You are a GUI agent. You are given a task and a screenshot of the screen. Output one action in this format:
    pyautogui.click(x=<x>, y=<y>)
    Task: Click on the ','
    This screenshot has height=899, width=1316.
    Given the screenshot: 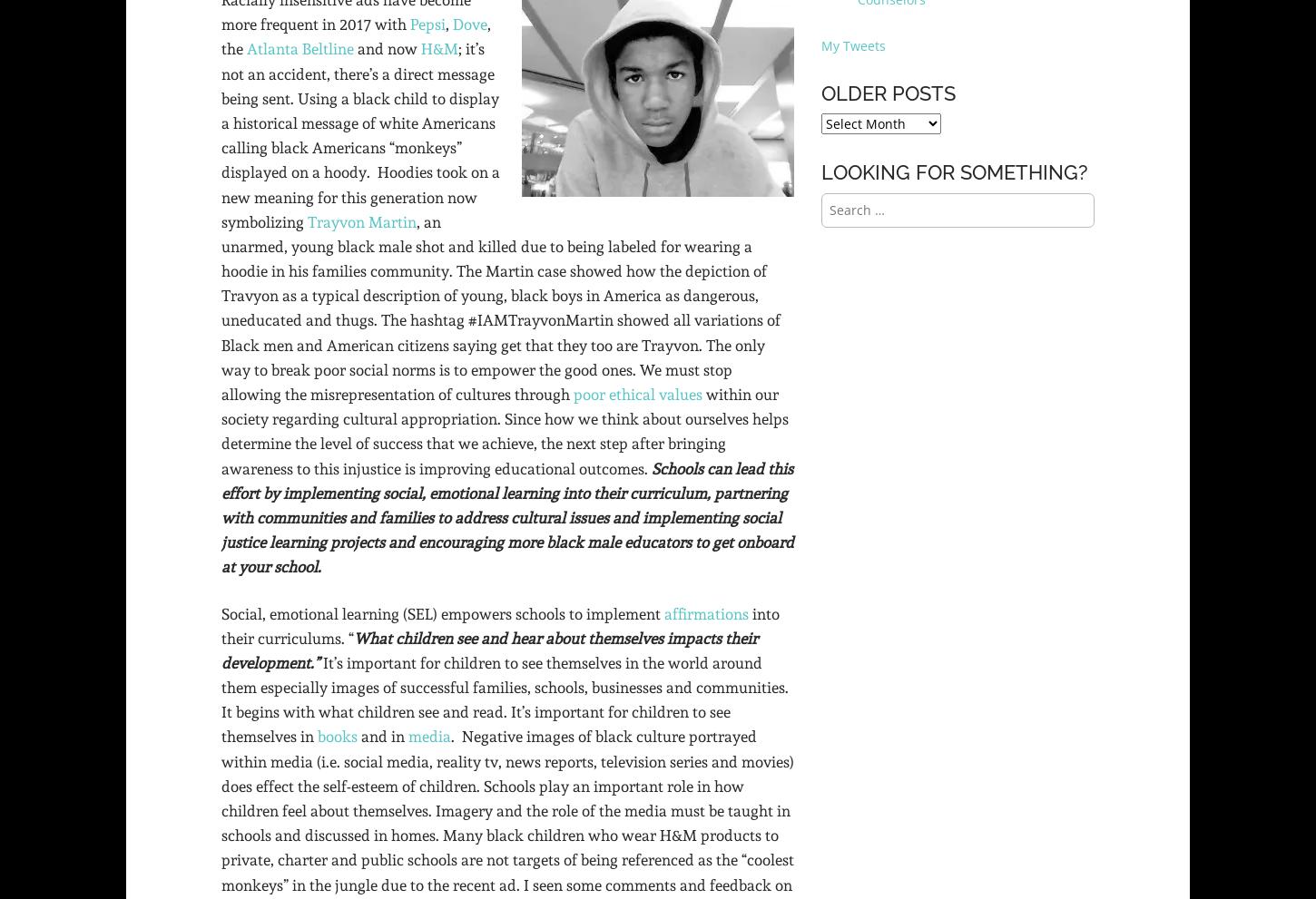 What is the action you would take?
    pyautogui.click(x=449, y=23)
    